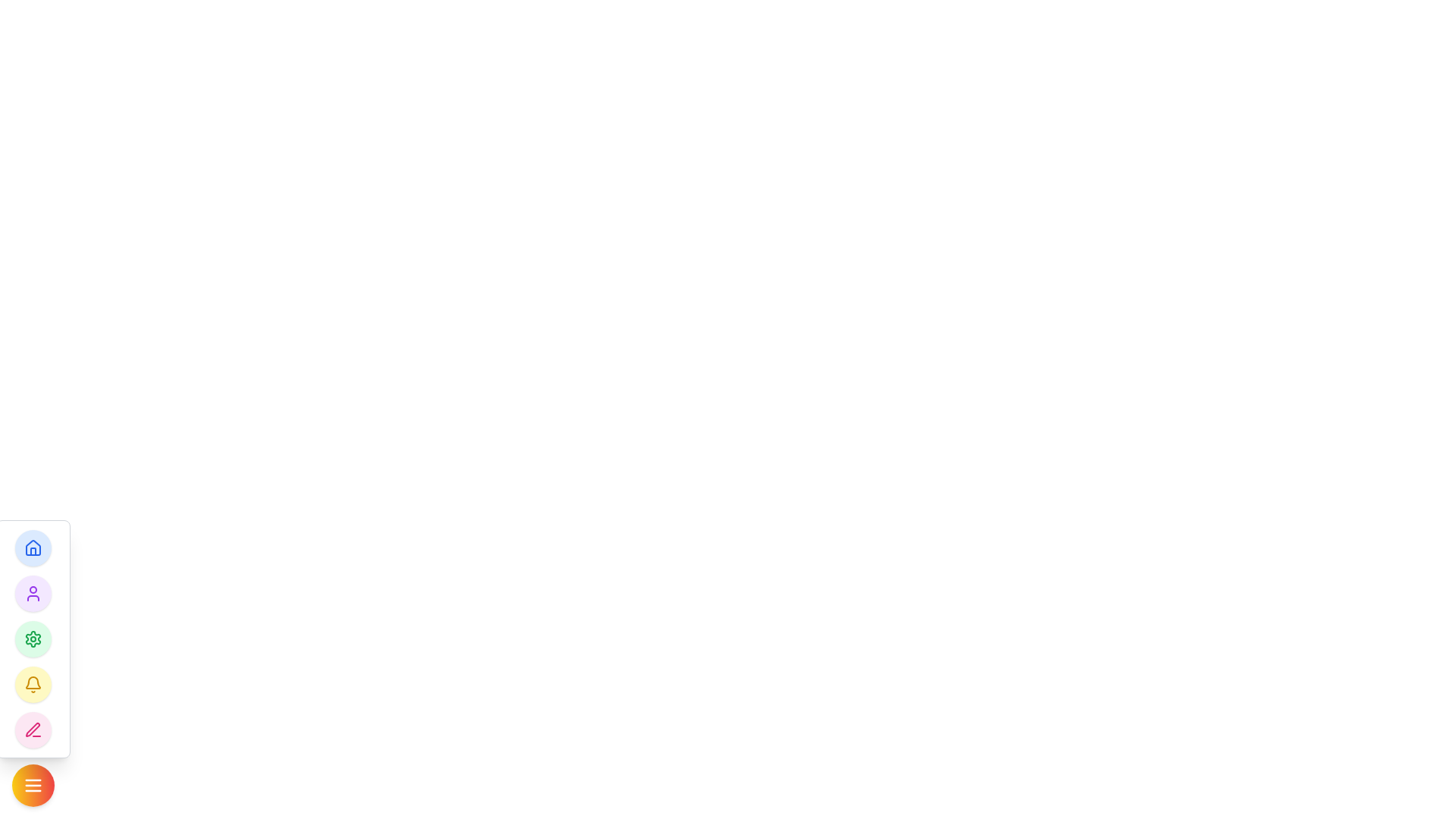  What do you see at coordinates (33, 639) in the screenshot?
I see `the gear-shaped settings icon` at bounding box center [33, 639].